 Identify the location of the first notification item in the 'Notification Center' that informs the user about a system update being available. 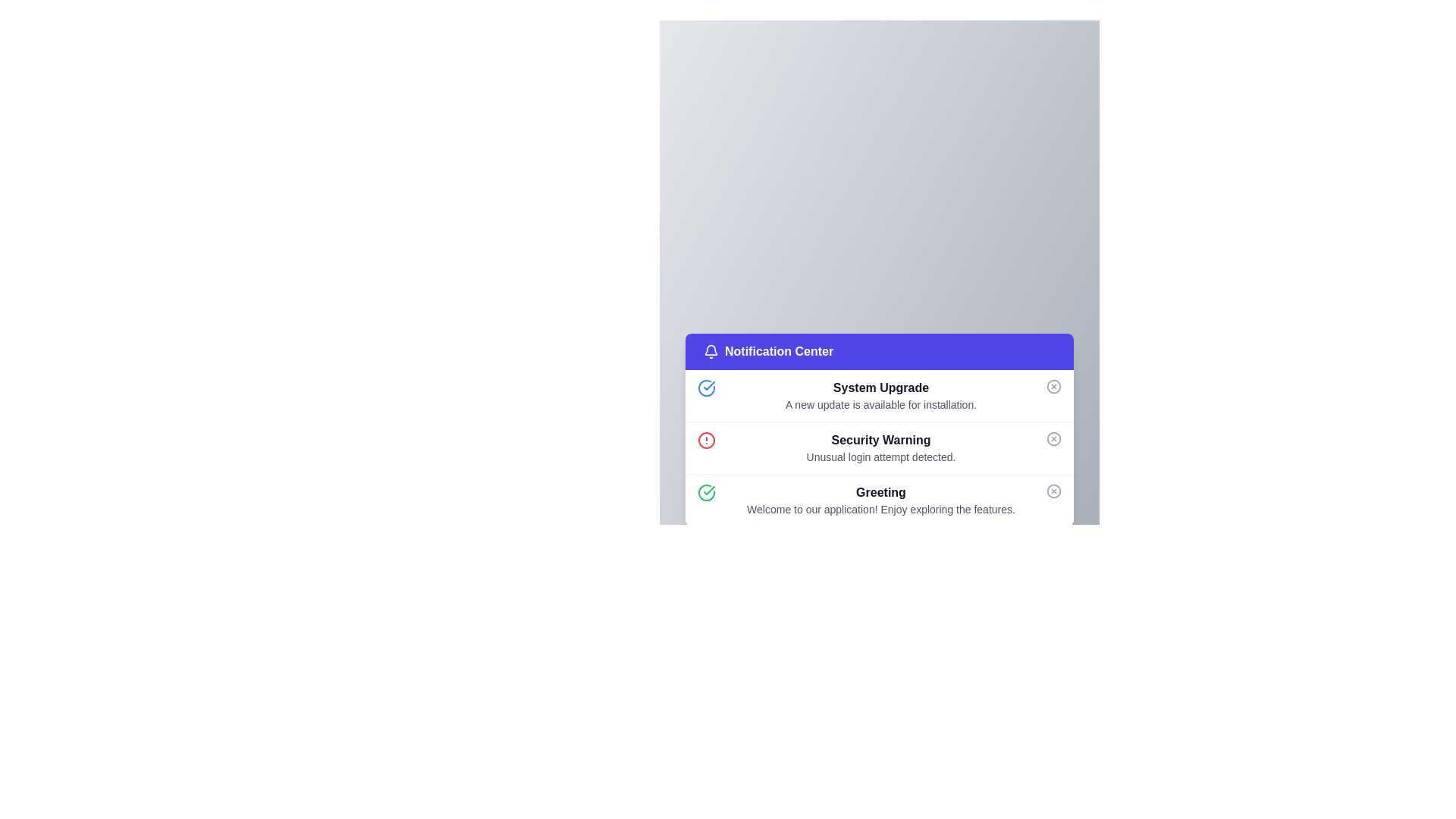
(880, 394).